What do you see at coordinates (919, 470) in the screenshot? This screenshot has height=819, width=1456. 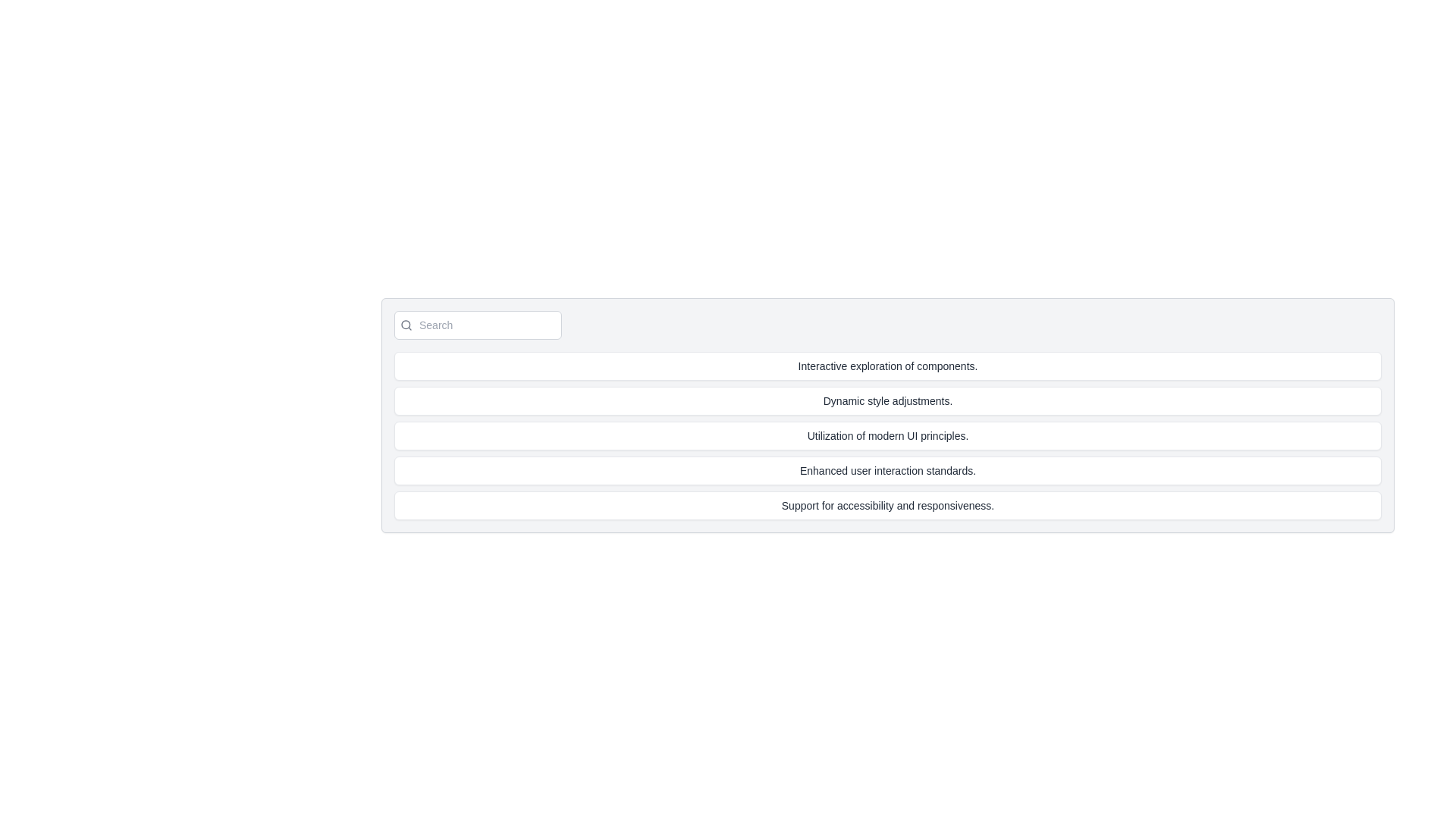 I see `the character 'n' in the phrase 'Enhanced user interaction standards.' which is positioned towards the end of the word 'interaction.'` at bounding box center [919, 470].